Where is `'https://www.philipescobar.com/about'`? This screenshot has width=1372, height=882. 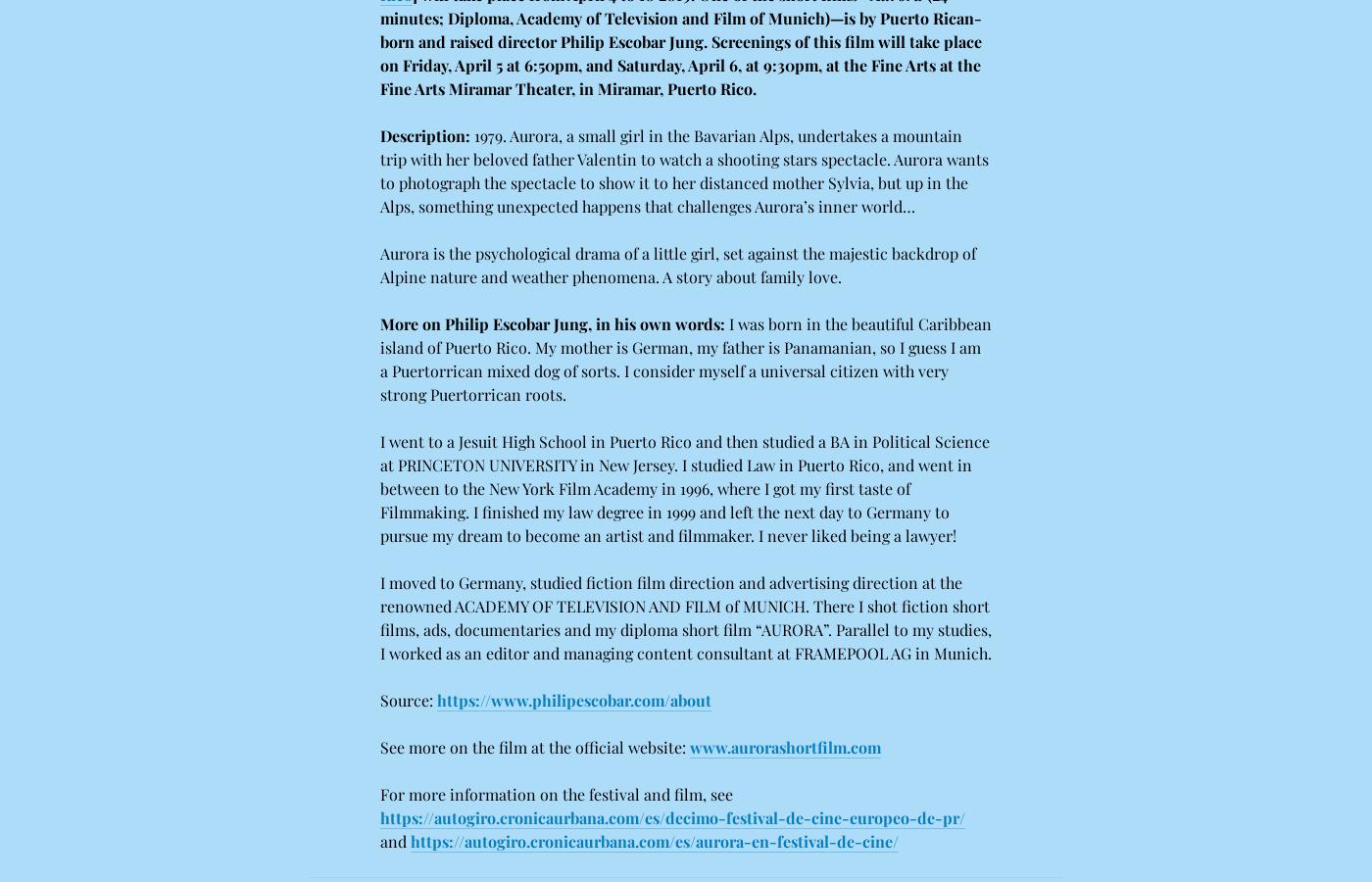 'https://www.philipescobar.com/about' is located at coordinates (574, 699).